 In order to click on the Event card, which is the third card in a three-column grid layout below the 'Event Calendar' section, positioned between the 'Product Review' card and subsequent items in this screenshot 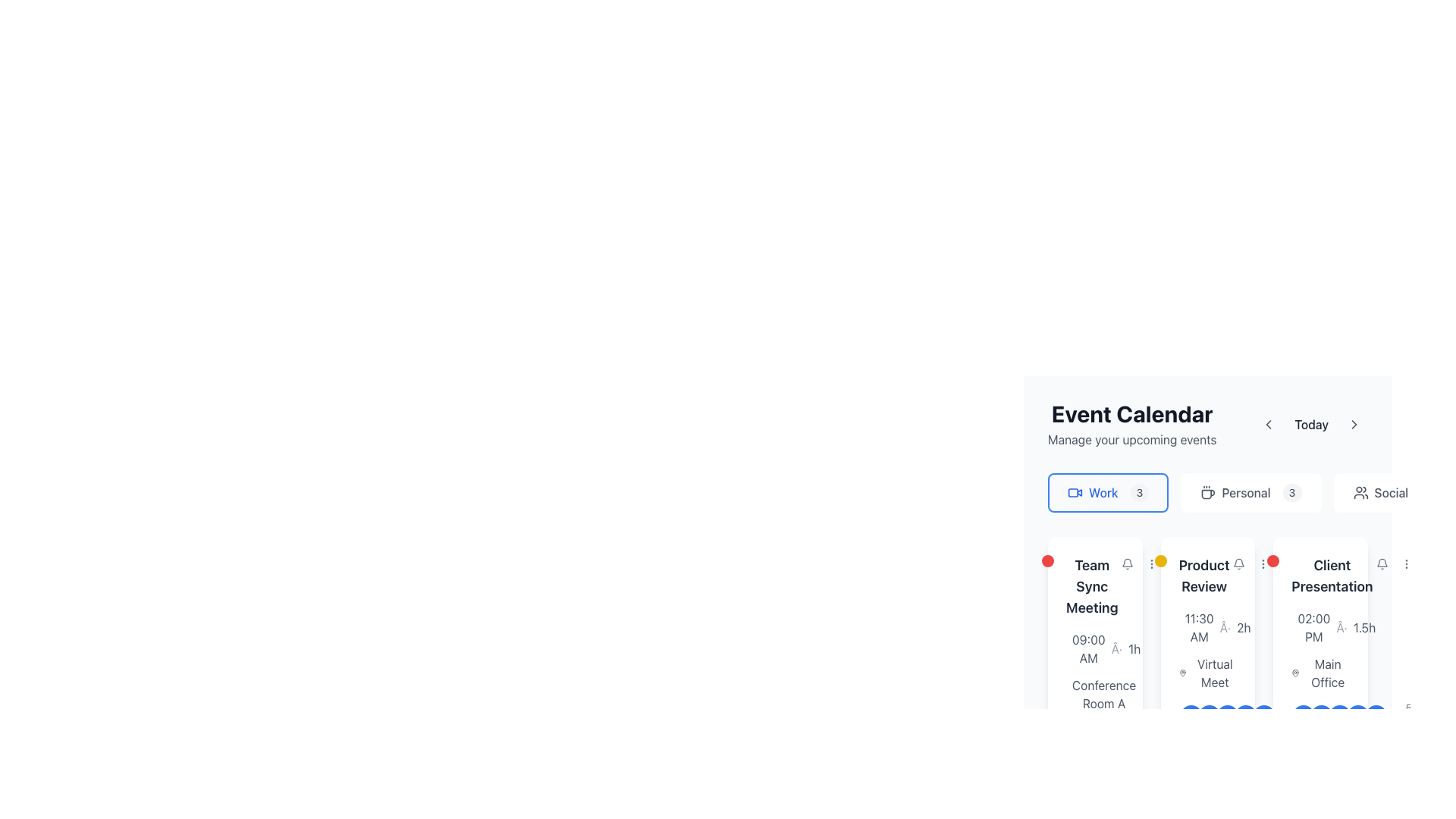, I will do `click(1319, 665)`.